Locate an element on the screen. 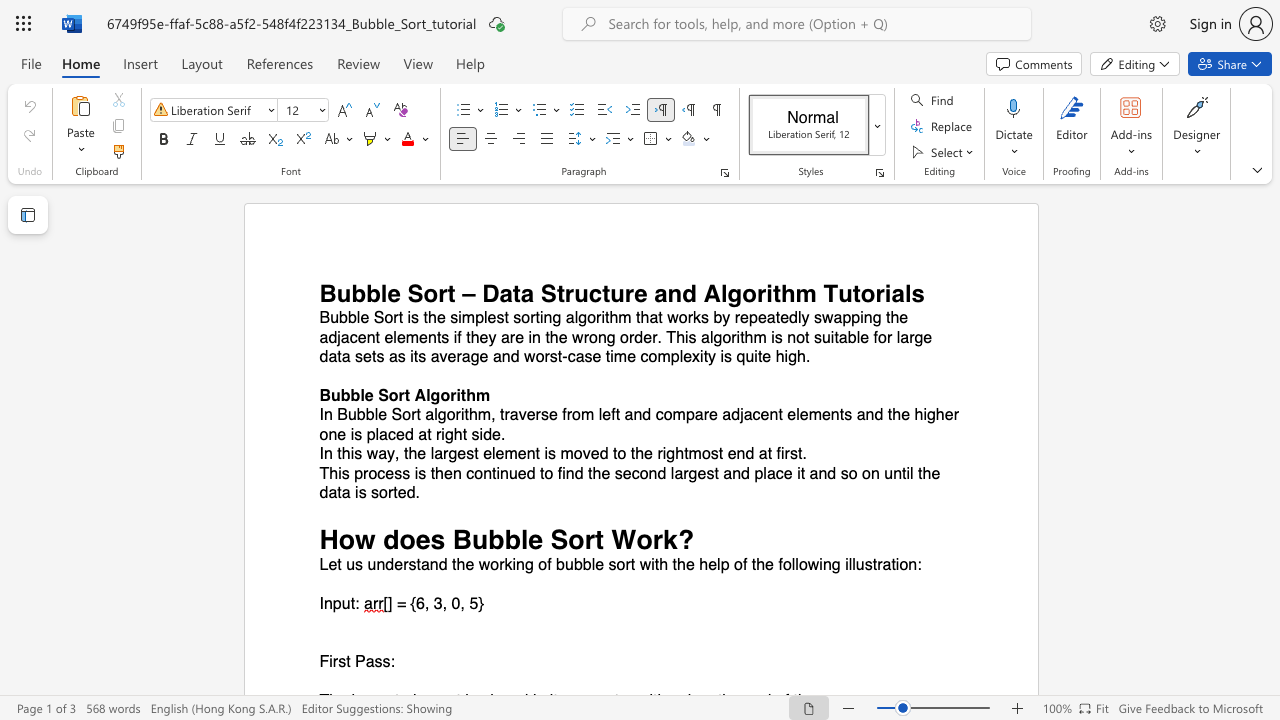 This screenshot has width=1280, height=720. the 3th character "s" in the text is located at coordinates (386, 662).